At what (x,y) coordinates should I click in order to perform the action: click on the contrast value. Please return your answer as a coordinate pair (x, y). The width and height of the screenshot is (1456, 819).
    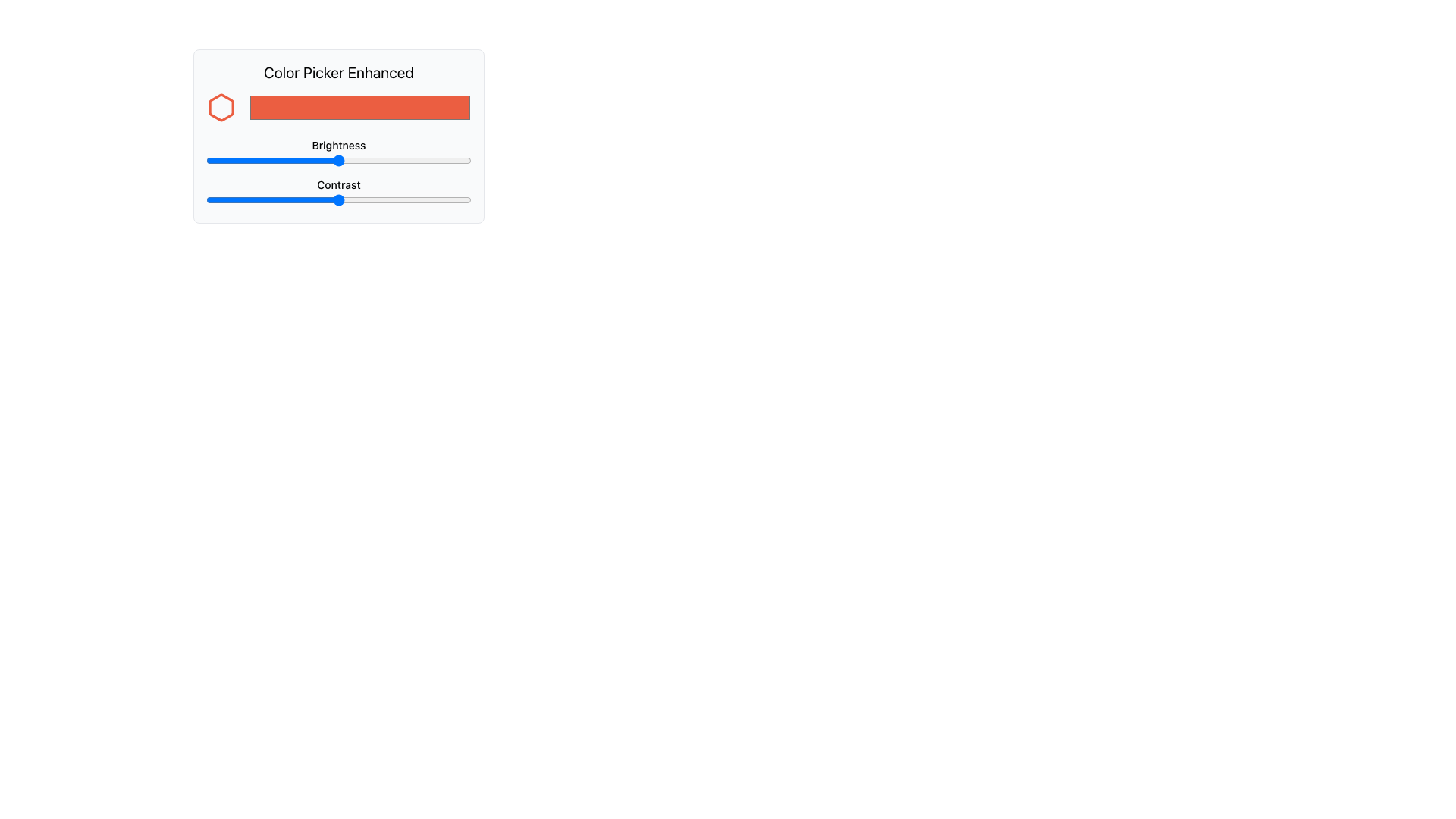
    Looking at the image, I should click on (468, 199).